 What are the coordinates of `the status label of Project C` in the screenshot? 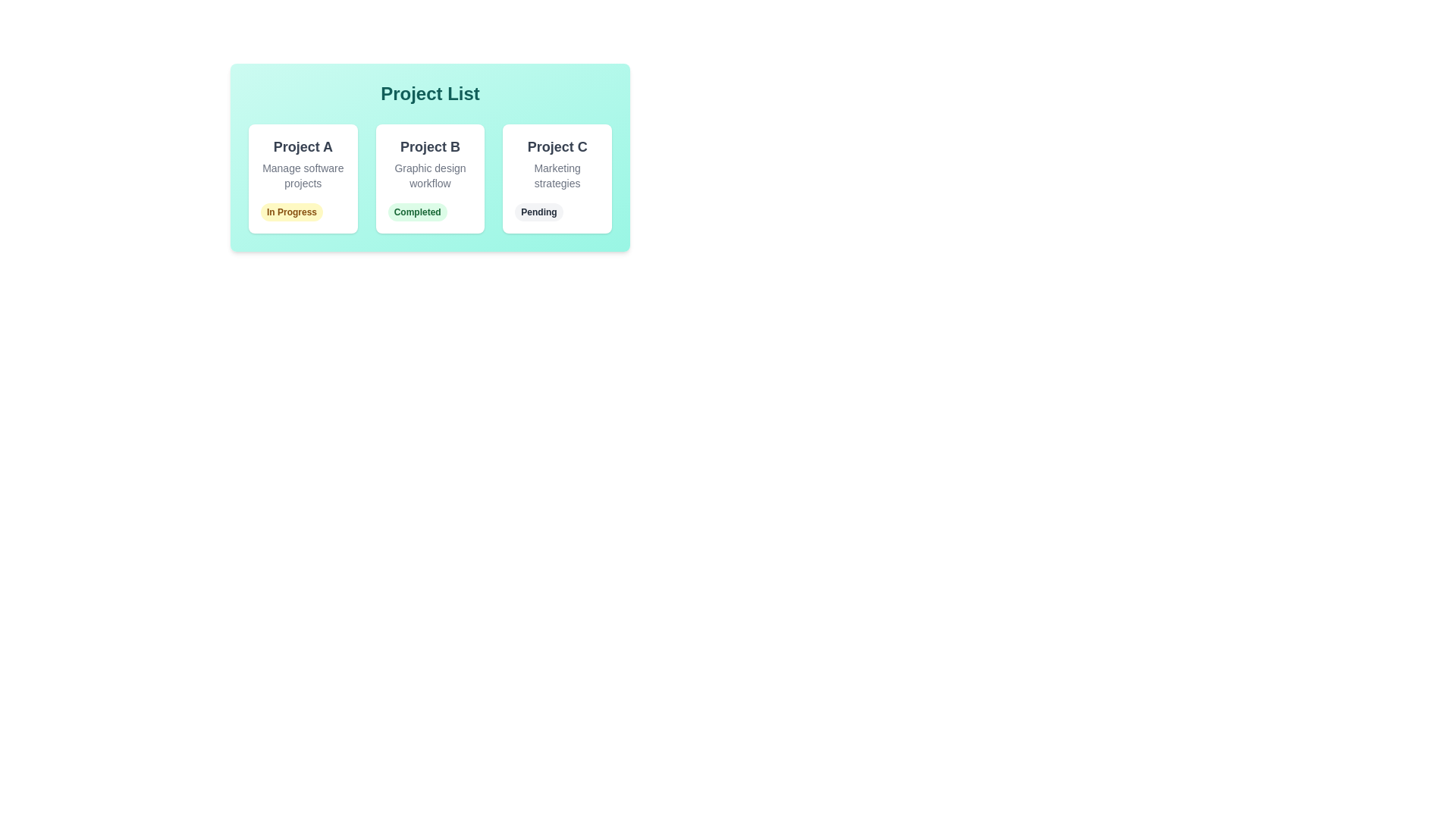 It's located at (538, 212).